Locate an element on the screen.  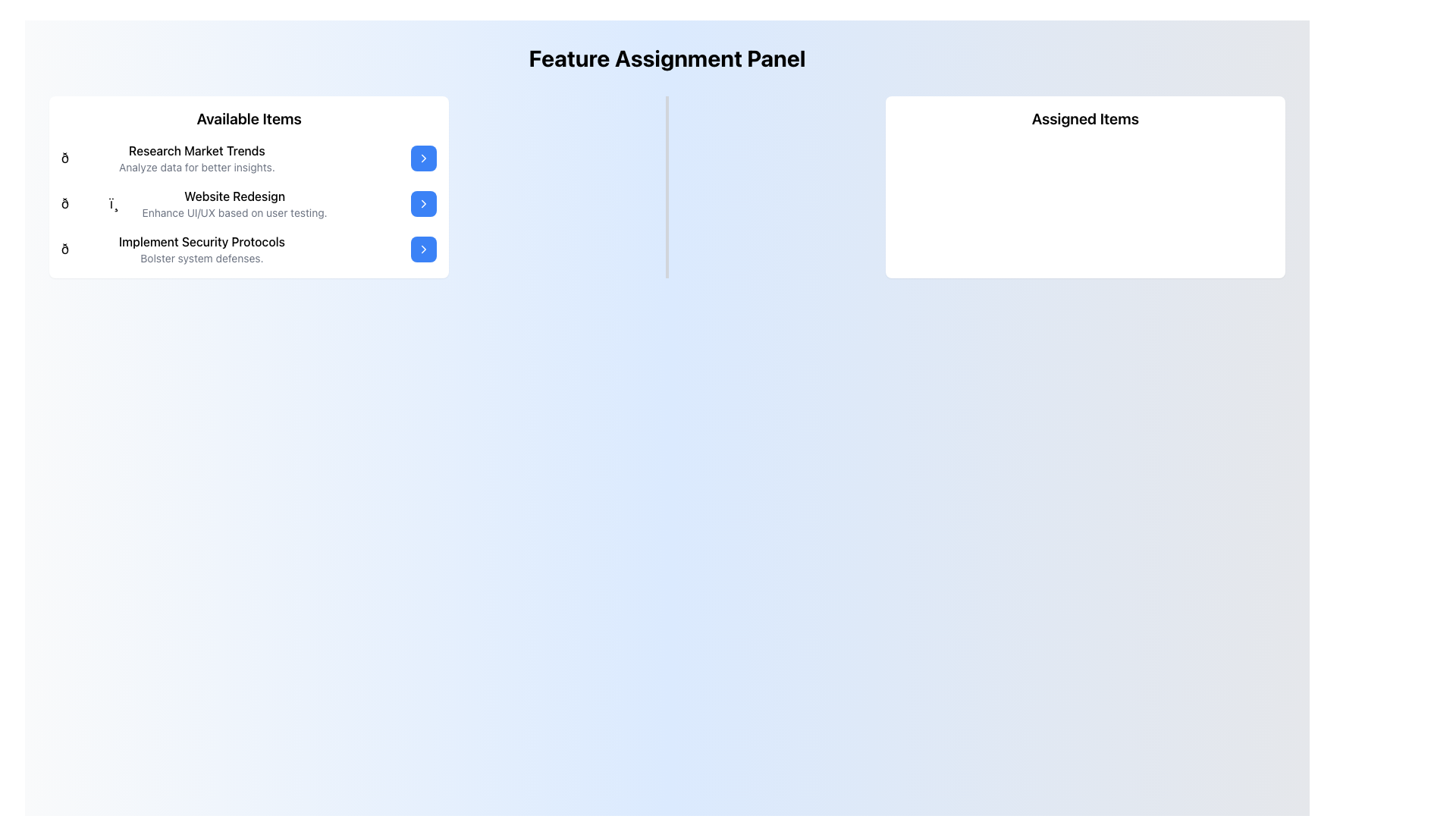
the Icon Button located at the right end of the 'Implement Security Protocols' row in the 'Available Items' section is located at coordinates (423, 248).